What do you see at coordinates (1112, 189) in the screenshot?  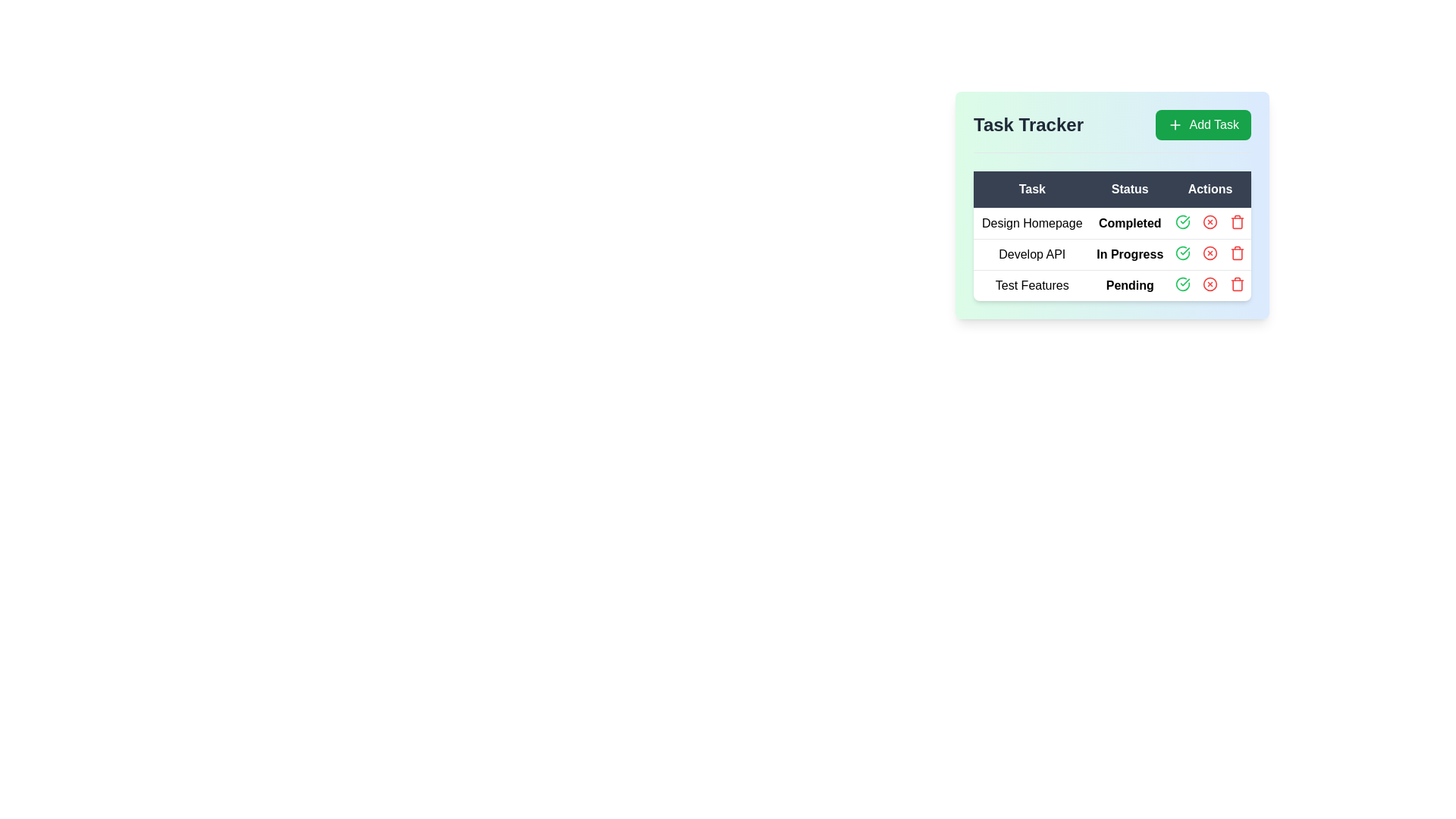 I see `the 'Status' column in the Table header row of the 'Task Tracker' interface` at bounding box center [1112, 189].